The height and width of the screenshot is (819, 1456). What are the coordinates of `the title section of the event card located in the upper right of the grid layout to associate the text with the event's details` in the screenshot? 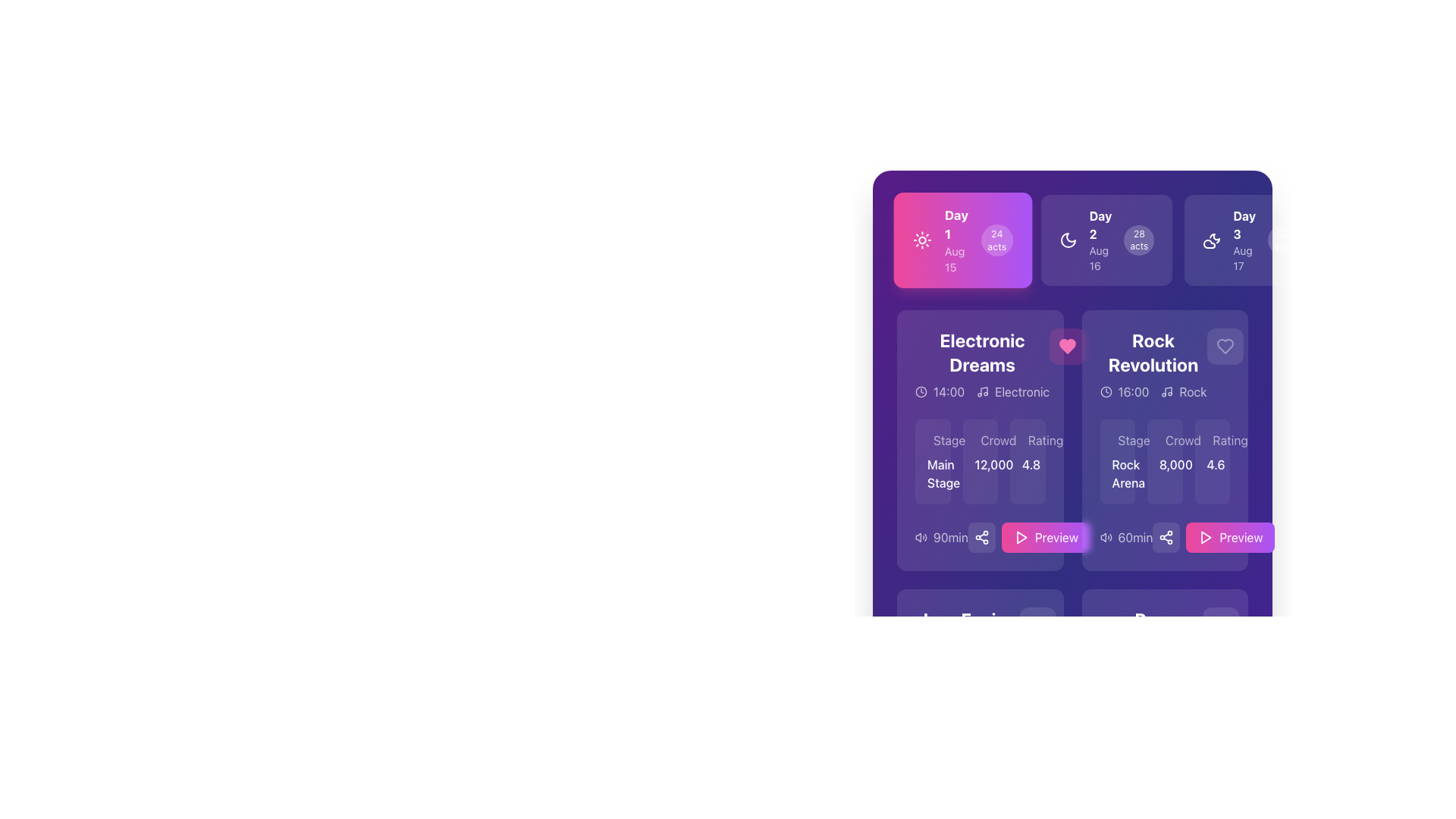 It's located at (1164, 365).